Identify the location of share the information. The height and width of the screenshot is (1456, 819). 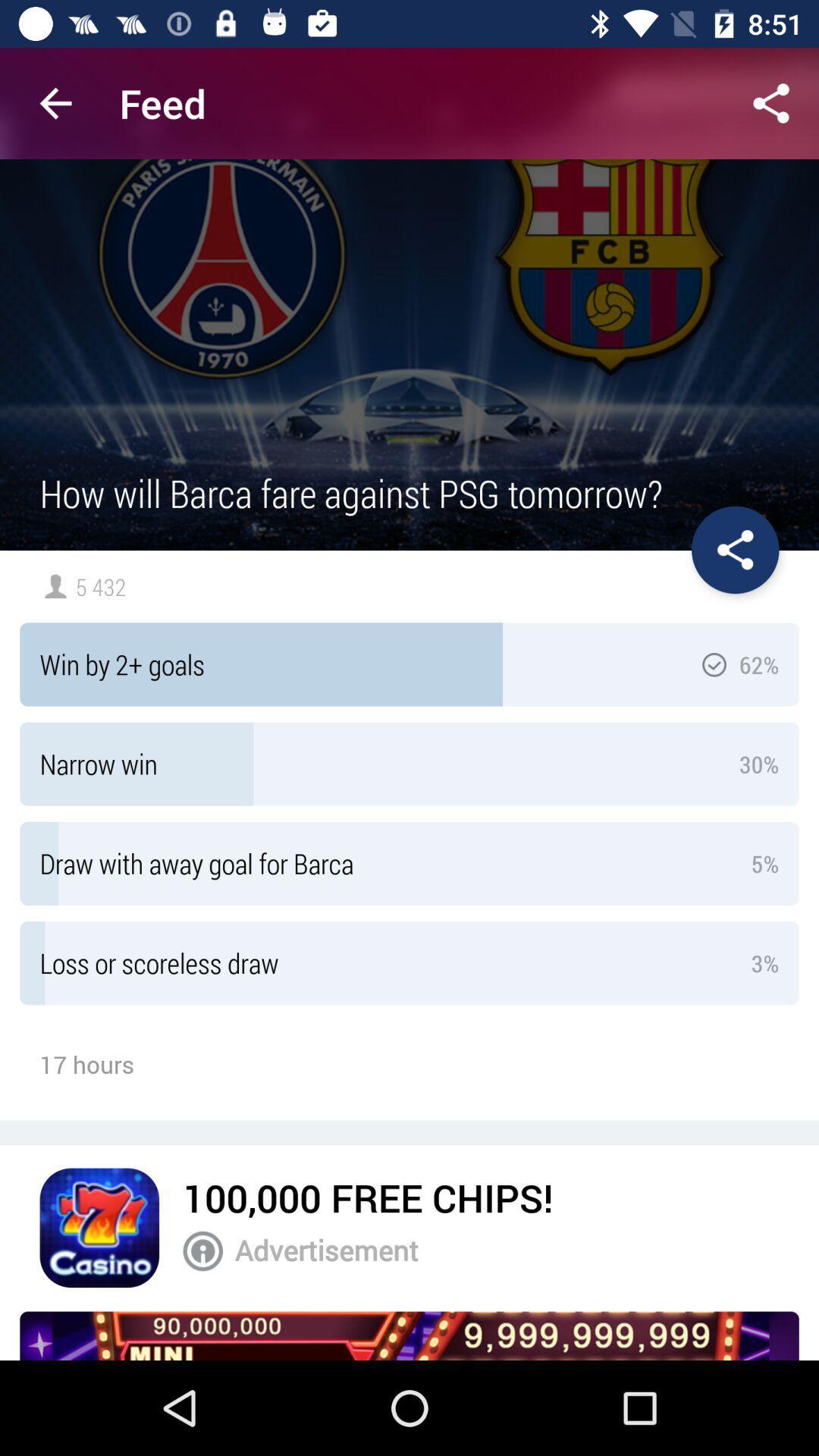
(734, 549).